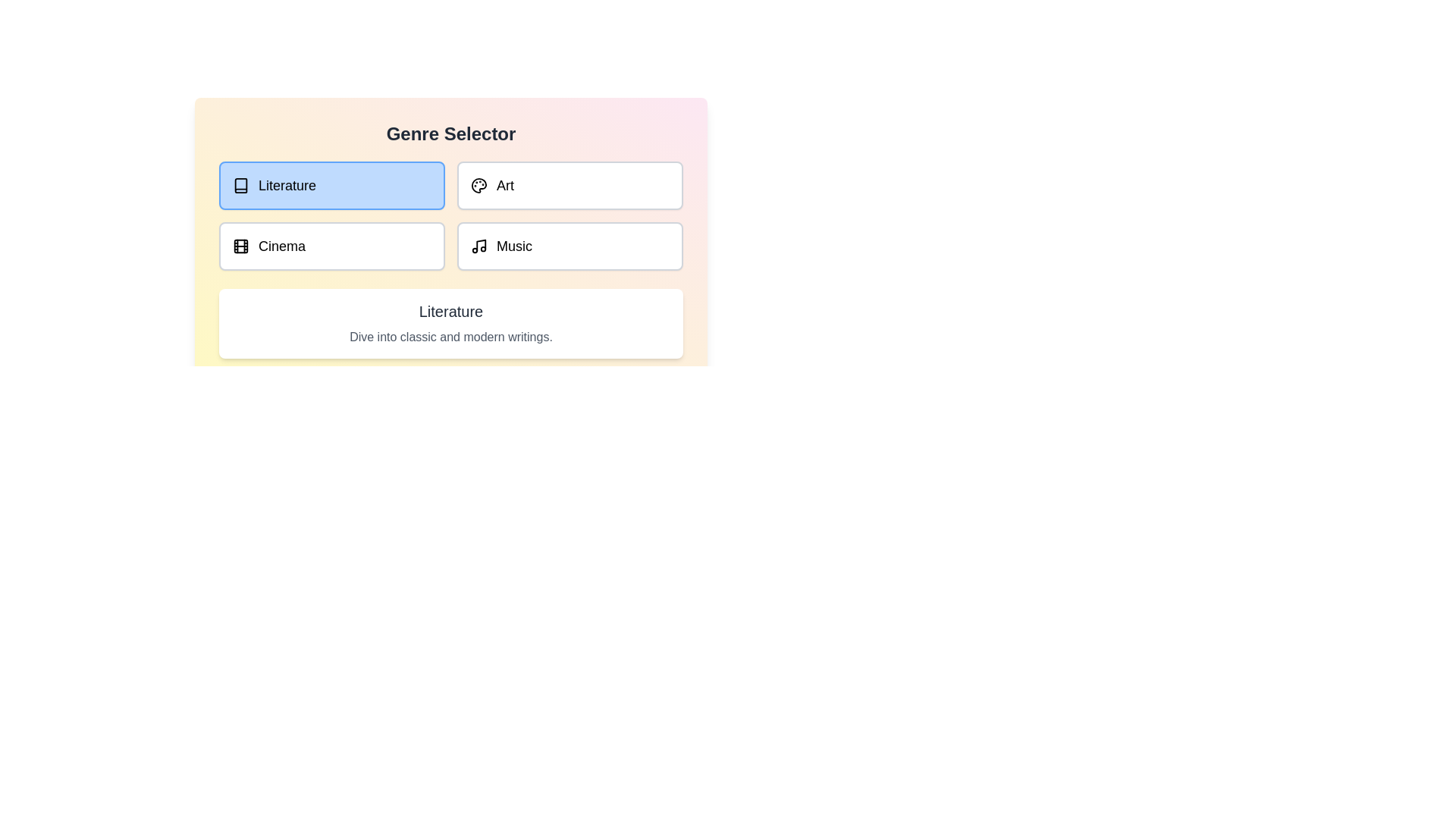 This screenshot has width=1456, height=819. I want to click on the text label displaying 'Art' to potentially display a tooltip, located at the top right corner of the genre options grid, so click(505, 185).